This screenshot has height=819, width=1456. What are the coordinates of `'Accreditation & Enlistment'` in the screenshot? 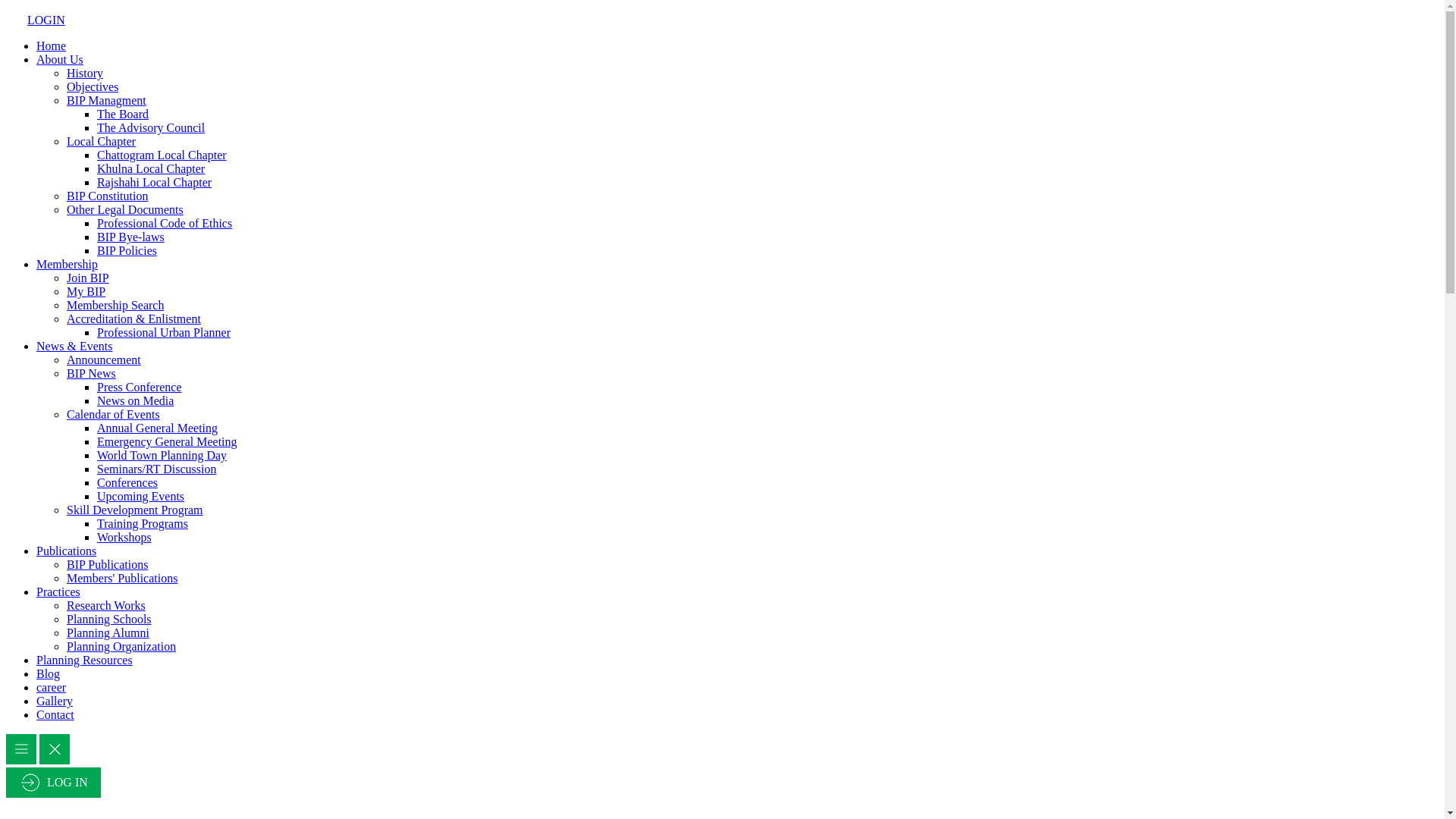 It's located at (65, 318).